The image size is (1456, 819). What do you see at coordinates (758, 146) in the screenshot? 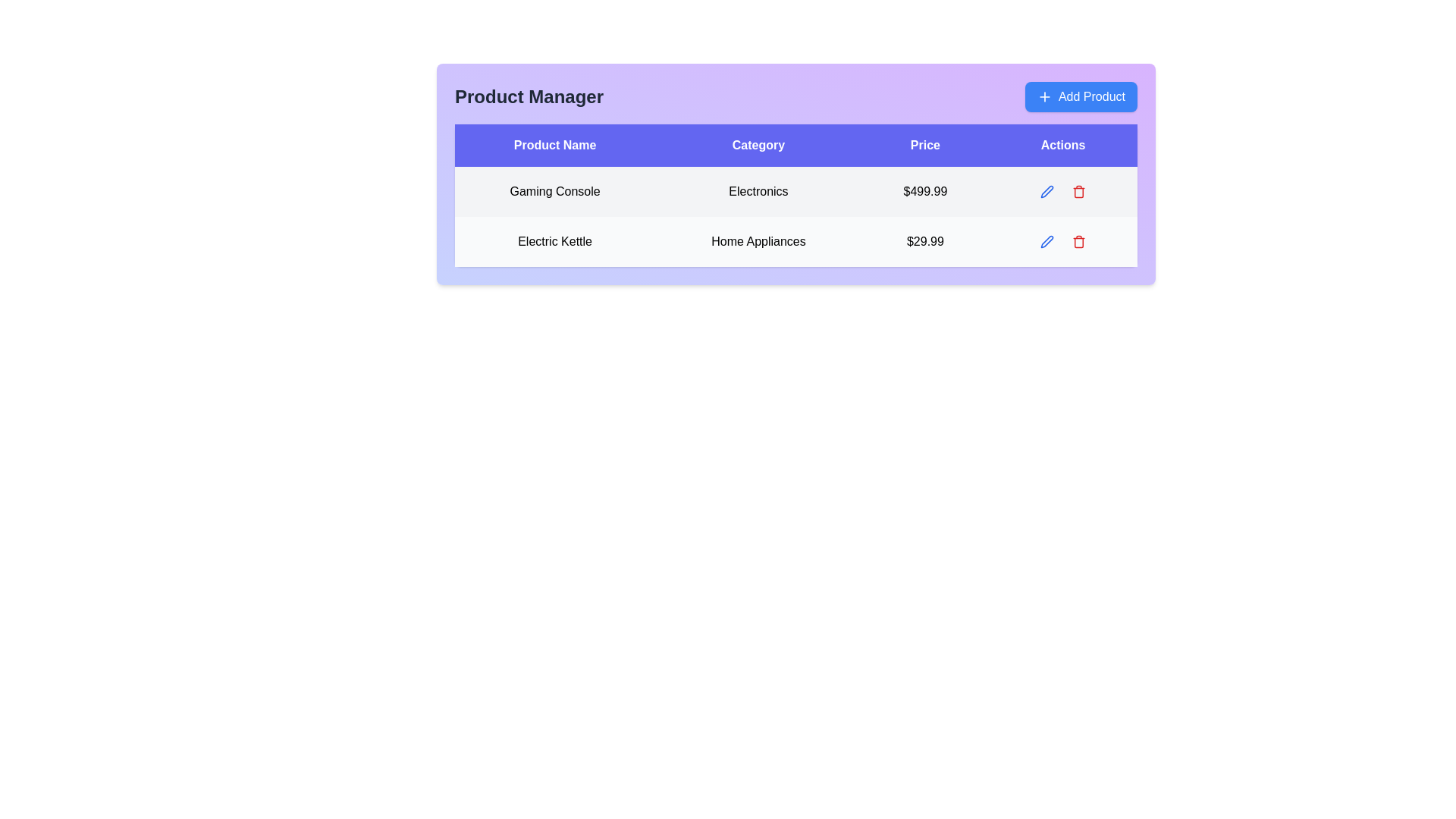
I see `the Header element that categorizes the data for the column, positioned between 'Product Name' and 'Price', to associate it with its column` at bounding box center [758, 146].